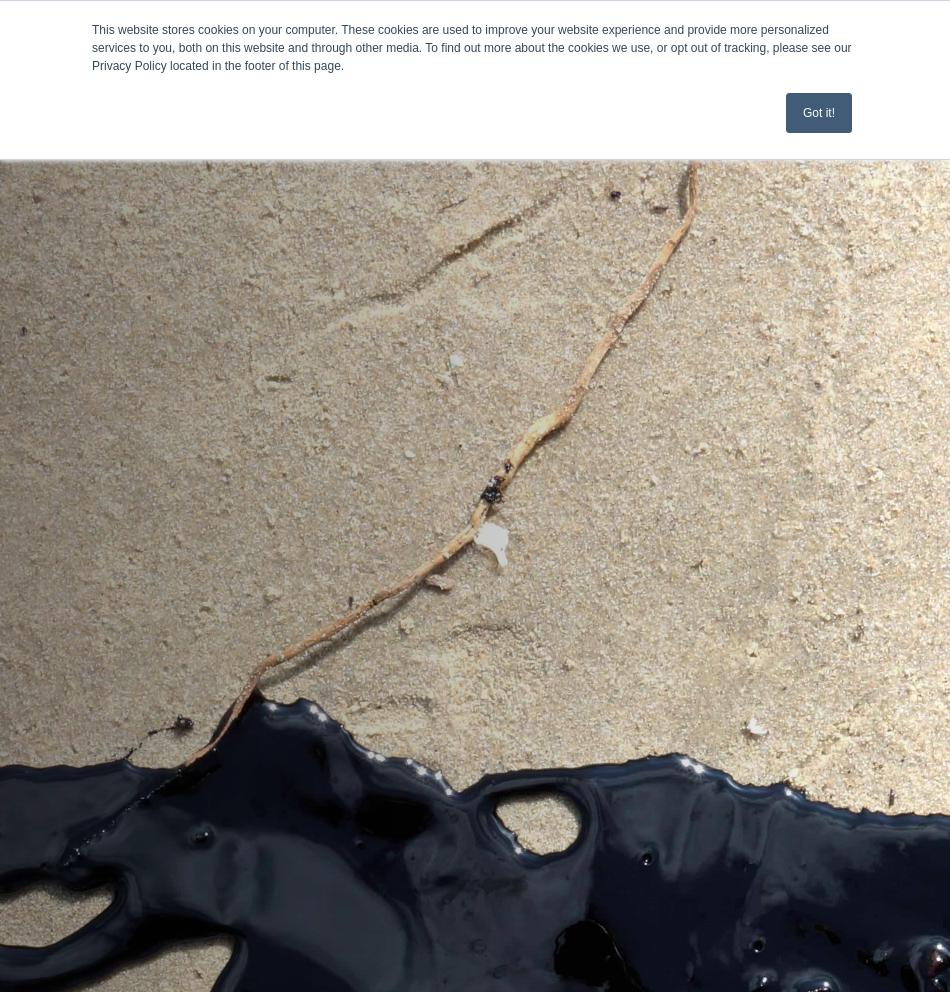  I want to click on 'Campaigns', so click(60, 216).